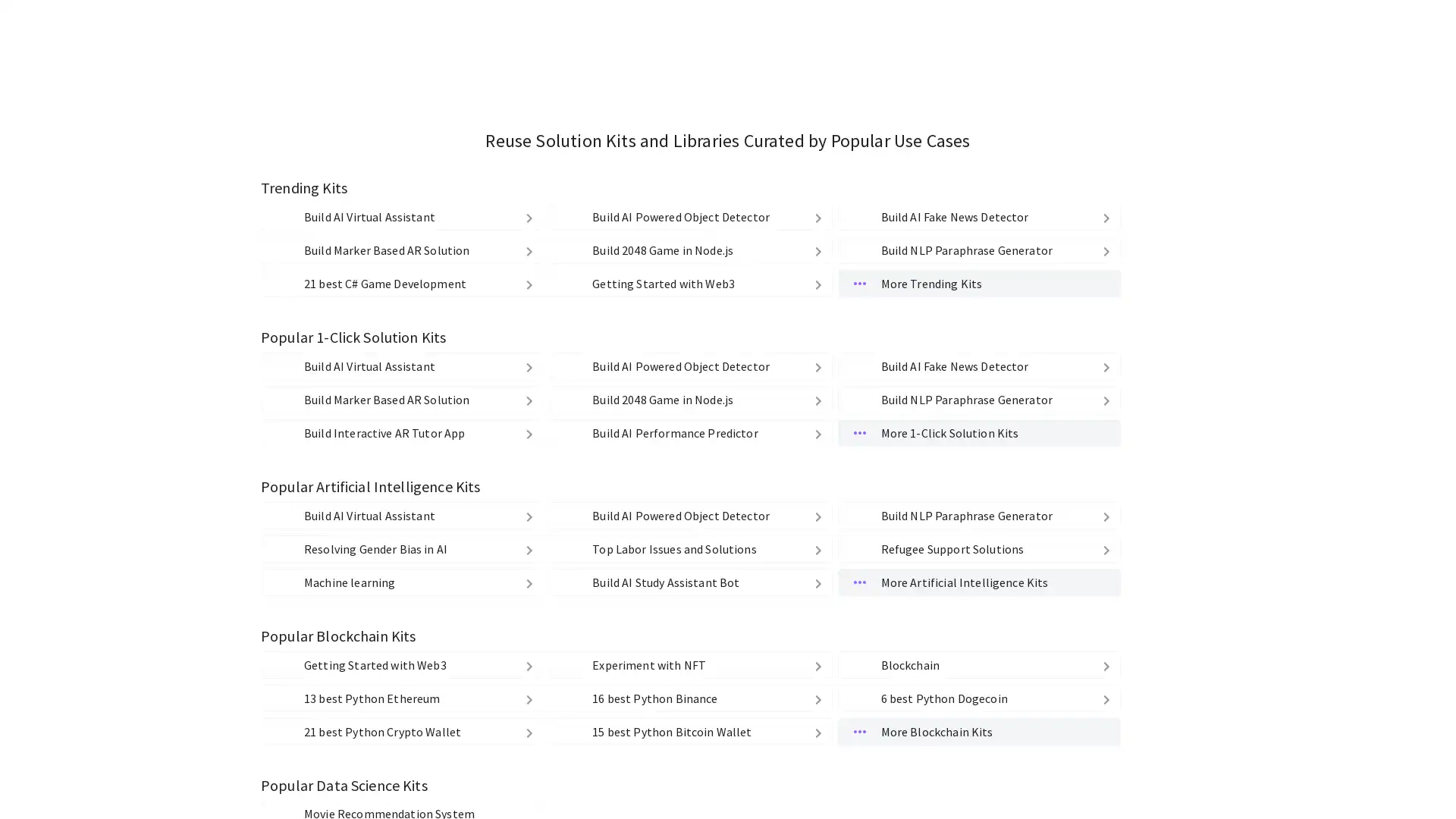 The height and width of the screenshot is (819, 1456). What do you see at coordinates (1084, 748) in the screenshot?
I see `delete` at bounding box center [1084, 748].